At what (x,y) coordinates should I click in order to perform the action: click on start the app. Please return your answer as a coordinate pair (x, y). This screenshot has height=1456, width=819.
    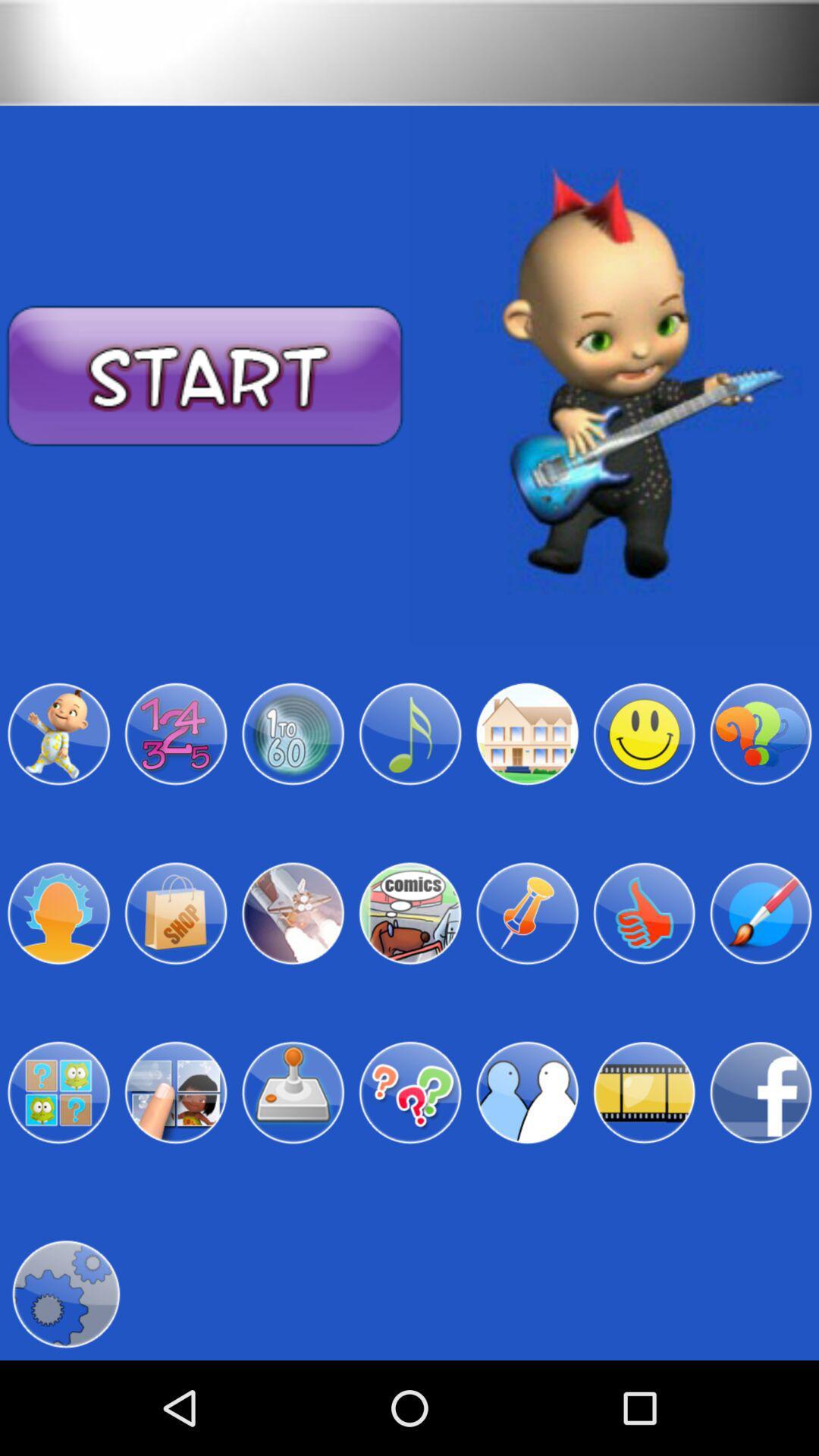
    Looking at the image, I should click on (205, 376).